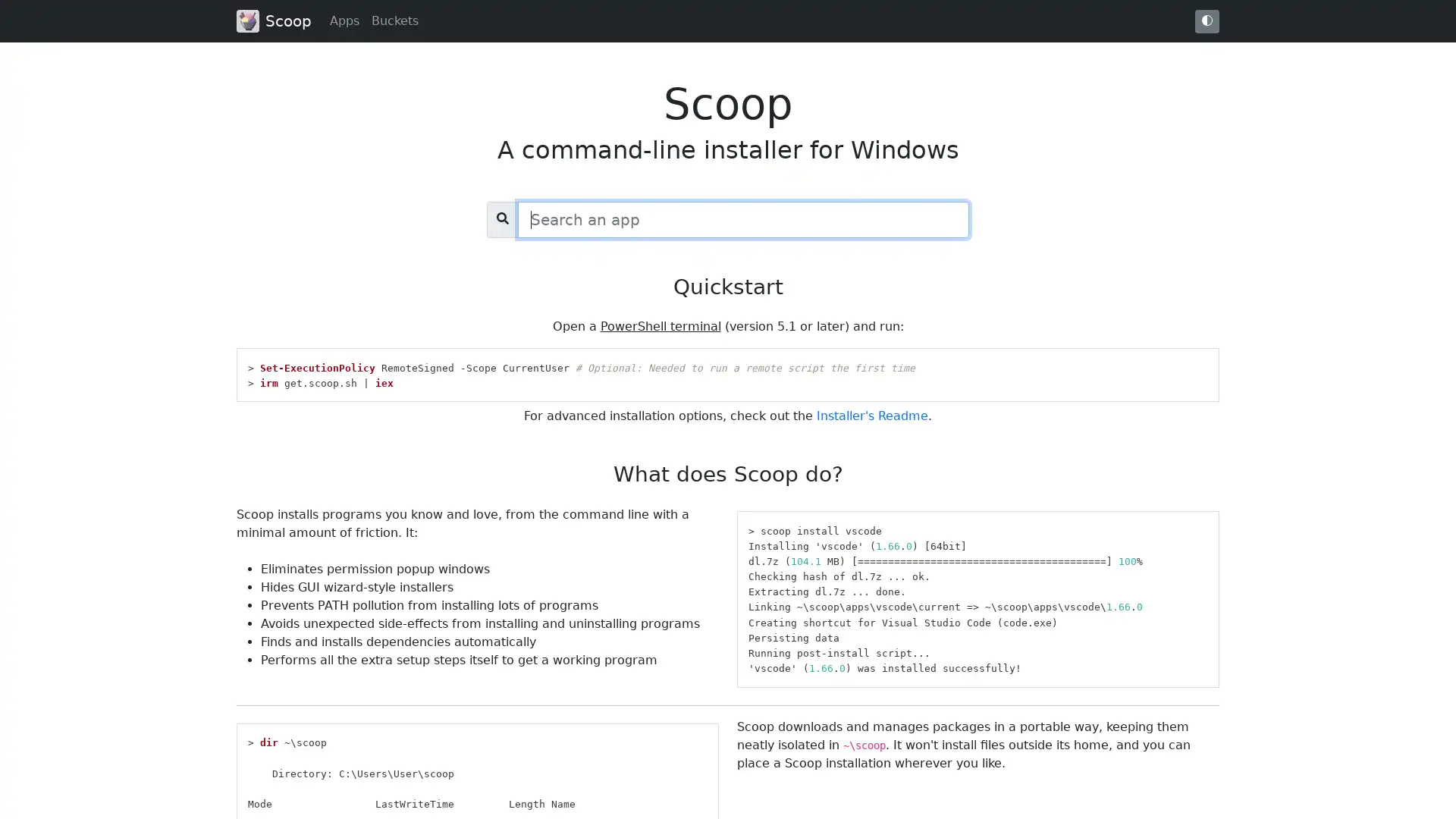  Describe the element at coordinates (1207, 20) in the screenshot. I see `Auto mode. Click to switch to dark mode` at that location.